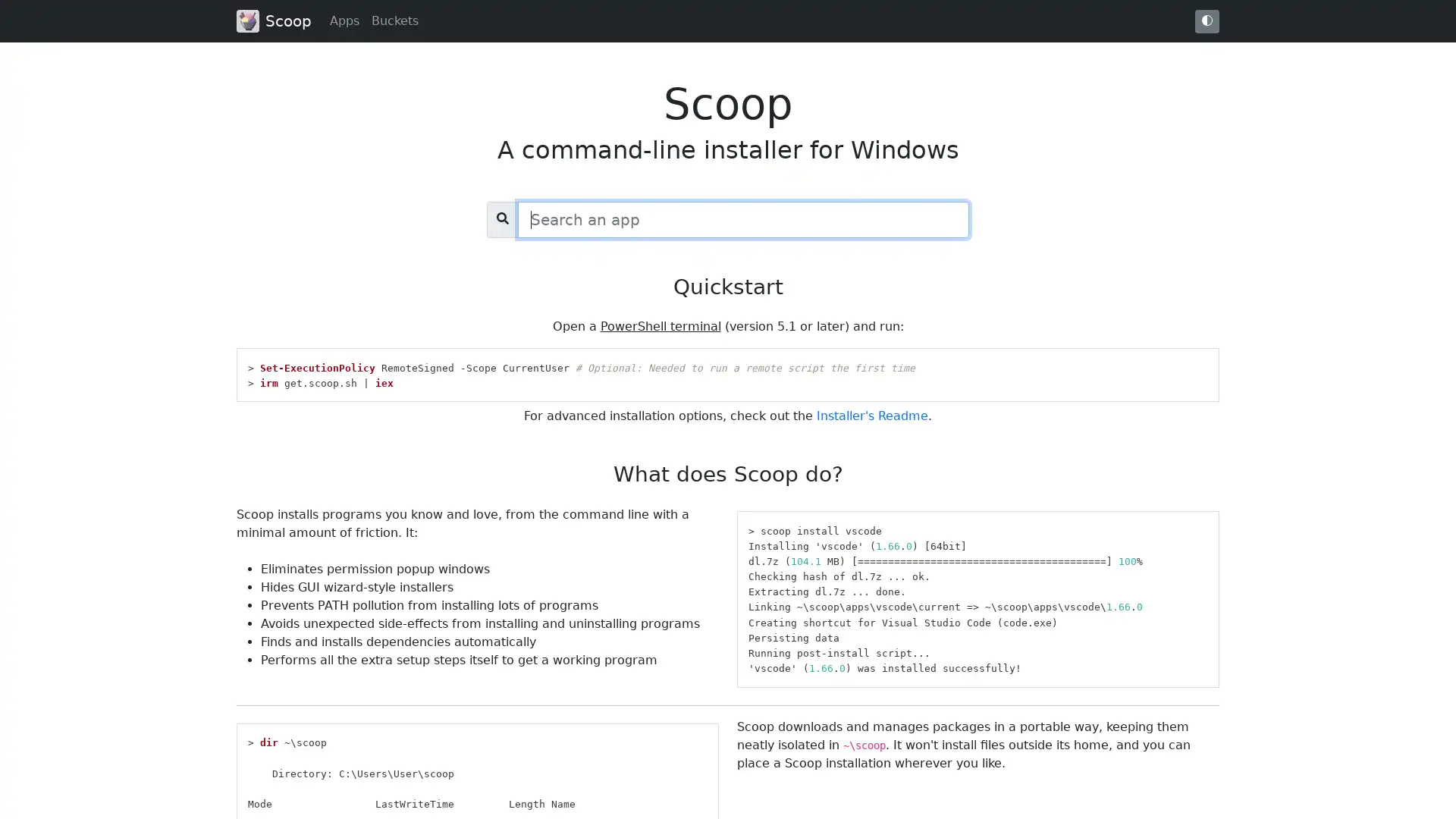  Describe the element at coordinates (1207, 20) in the screenshot. I see `Auto mode. Click to switch to dark mode` at that location.